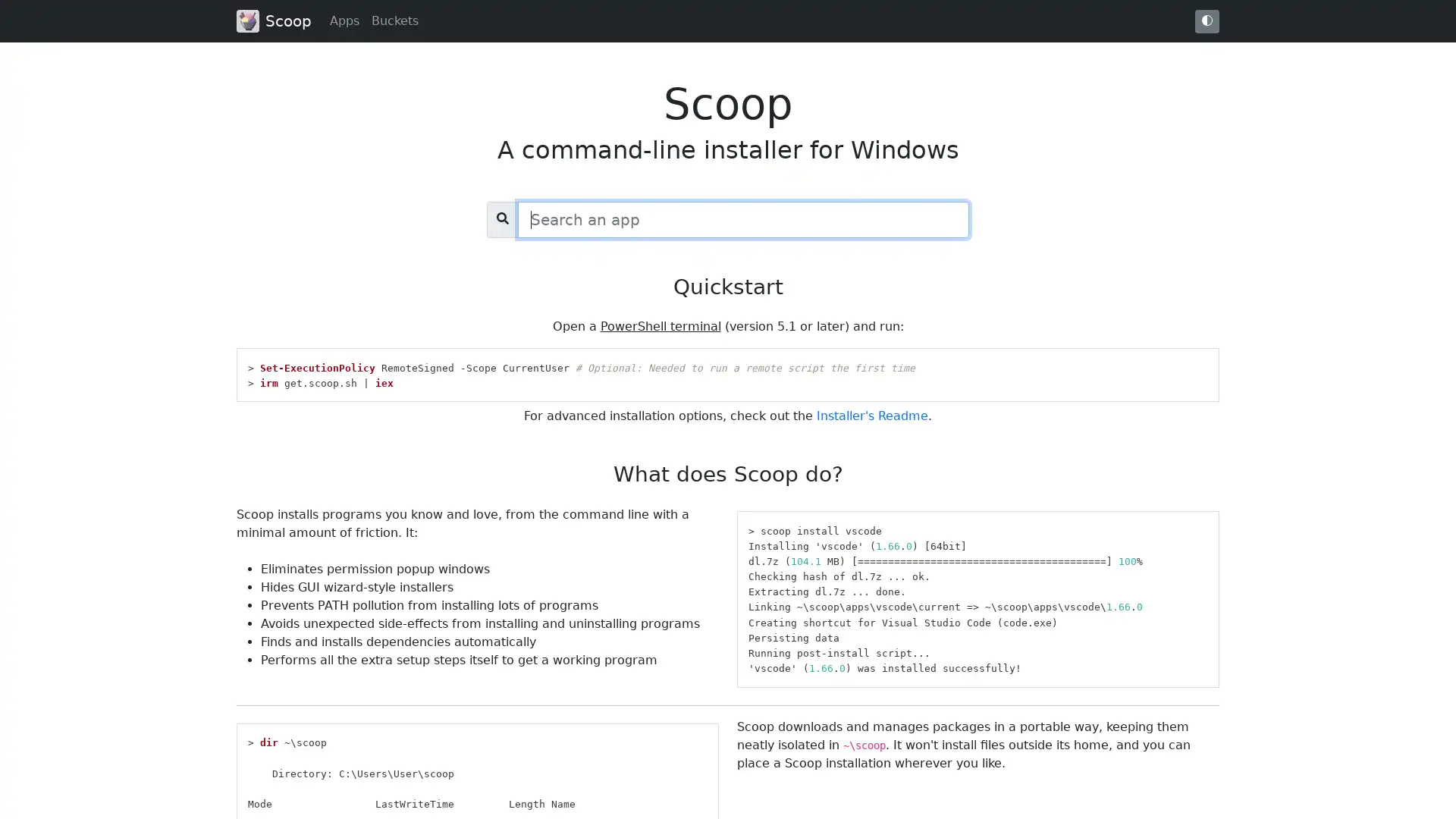  Describe the element at coordinates (1207, 20) in the screenshot. I see `Auto mode. Click to switch to dark mode` at that location.